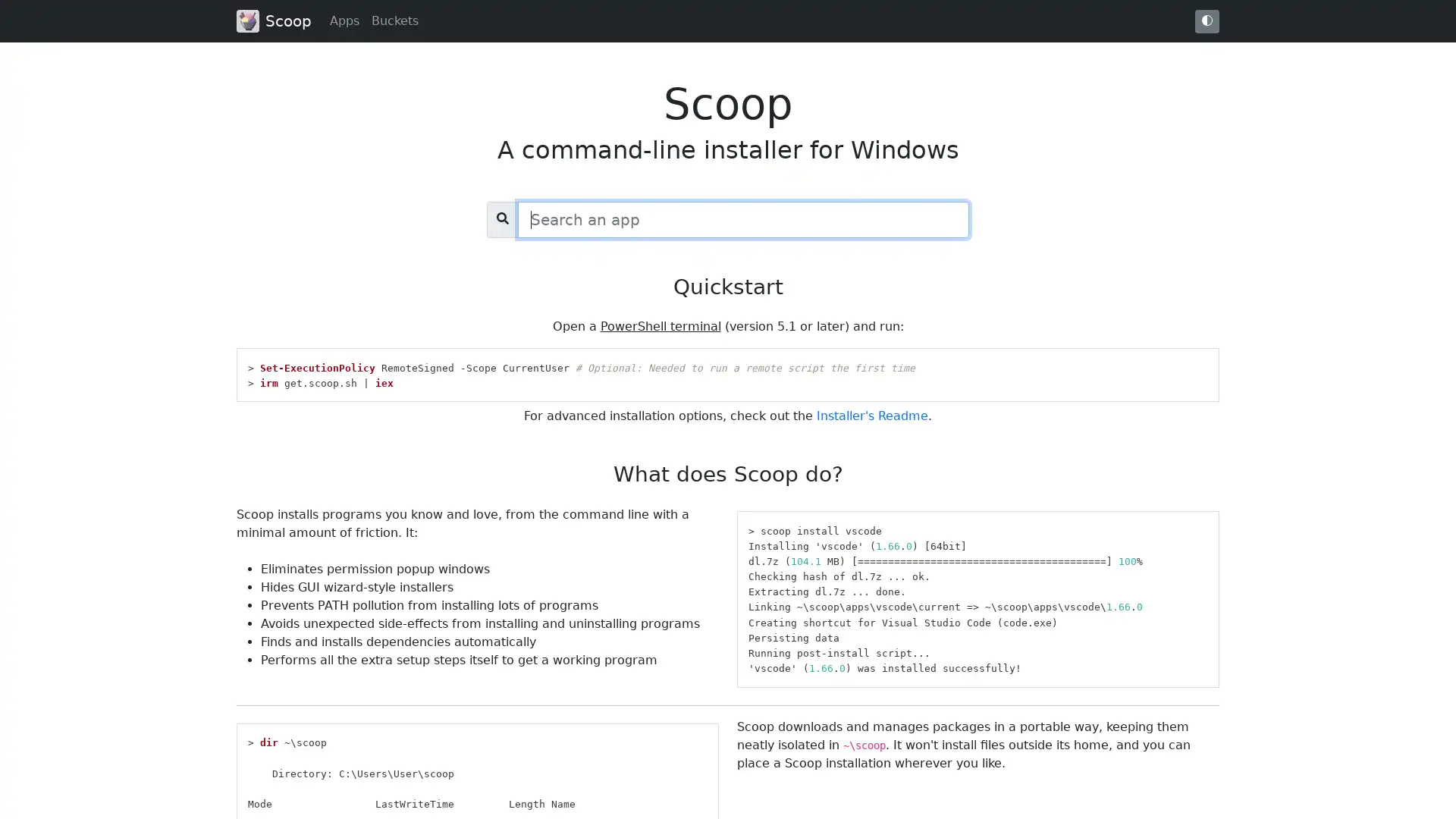  Describe the element at coordinates (1207, 20) in the screenshot. I see `Auto mode. Click to switch to dark mode` at that location.